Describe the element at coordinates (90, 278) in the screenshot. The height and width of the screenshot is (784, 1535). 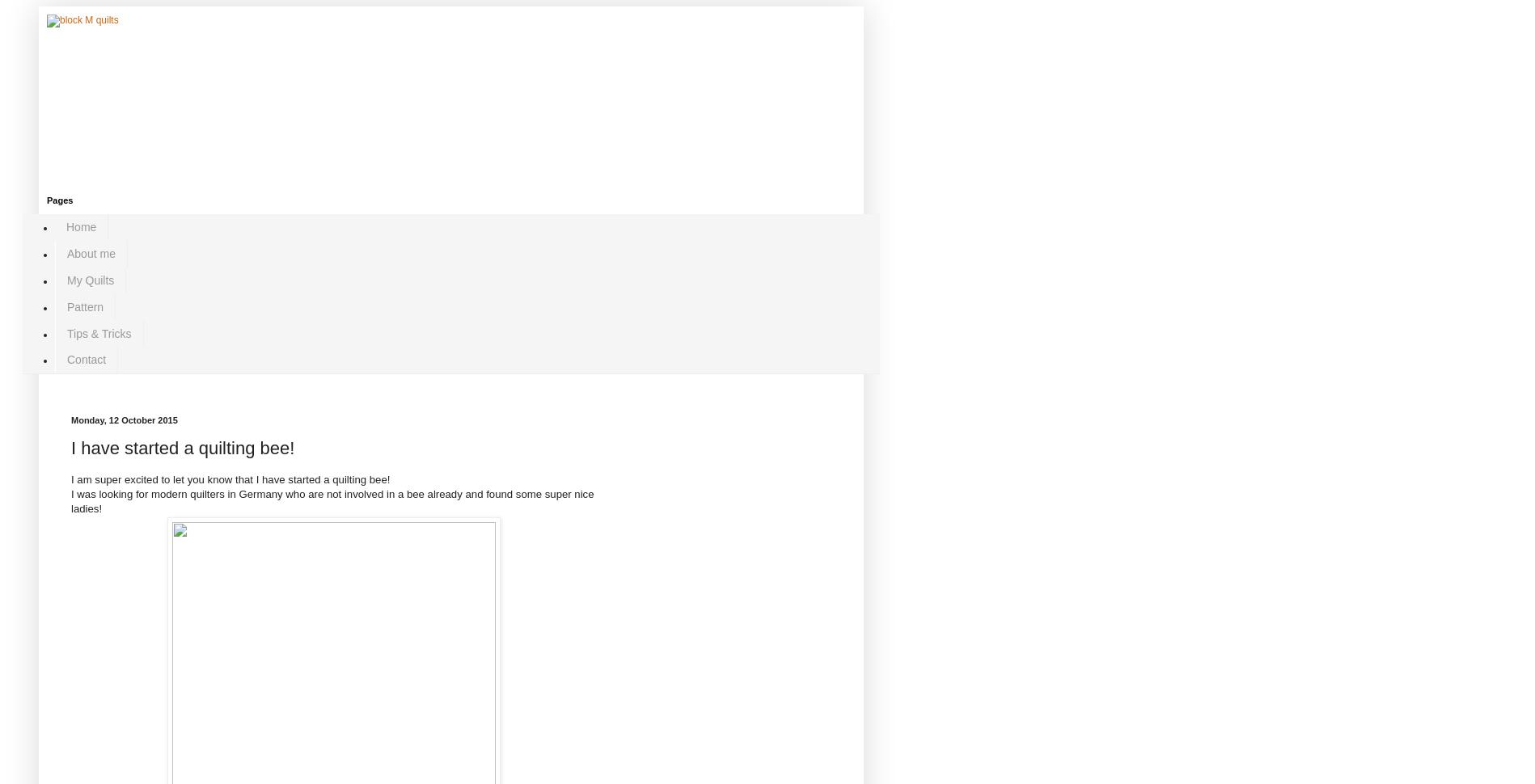
I see `'My Quilts'` at that location.